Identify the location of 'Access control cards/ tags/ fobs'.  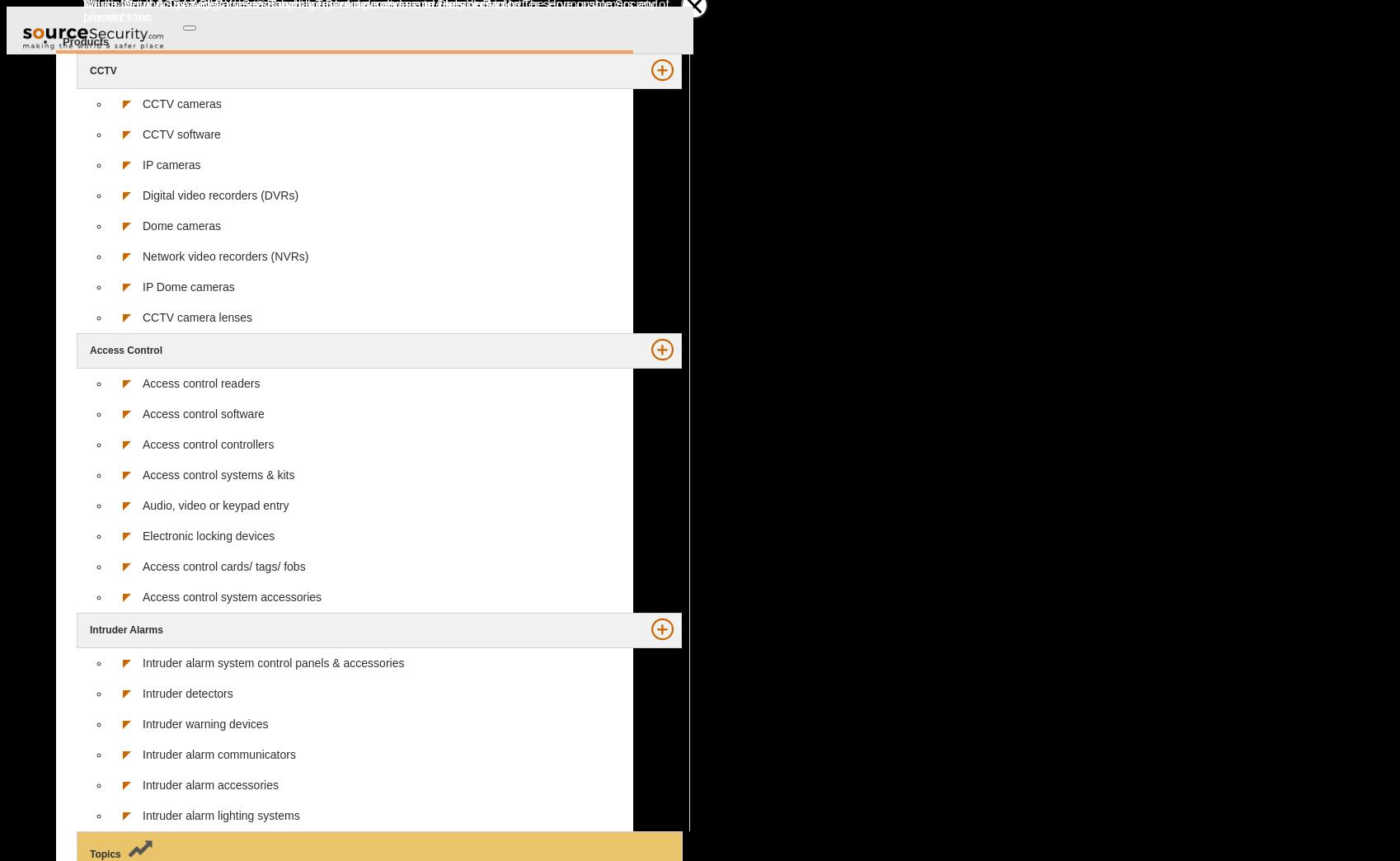
(143, 565).